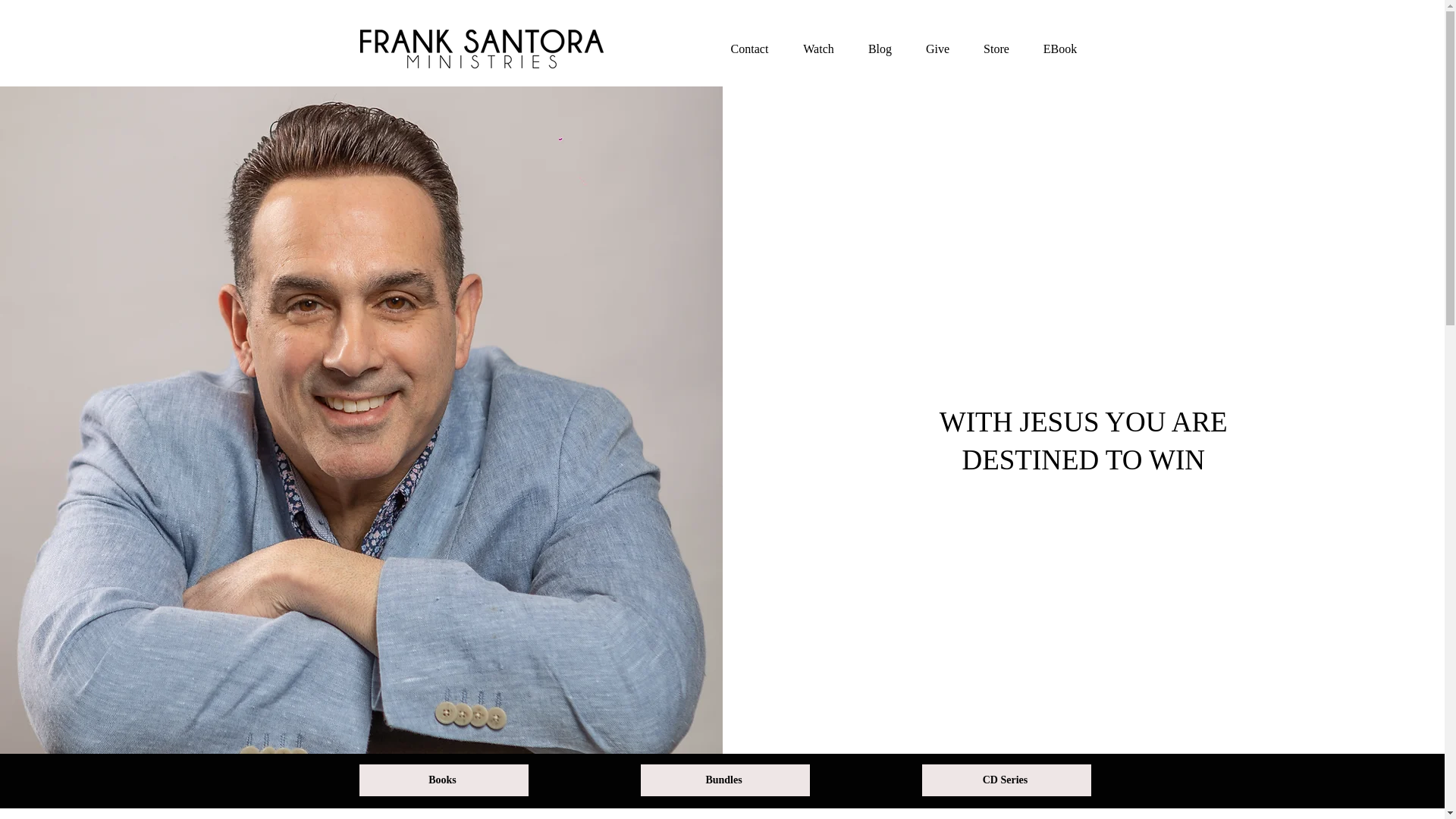 This screenshot has width=1456, height=819. I want to click on 'EBook', so click(1059, 49).